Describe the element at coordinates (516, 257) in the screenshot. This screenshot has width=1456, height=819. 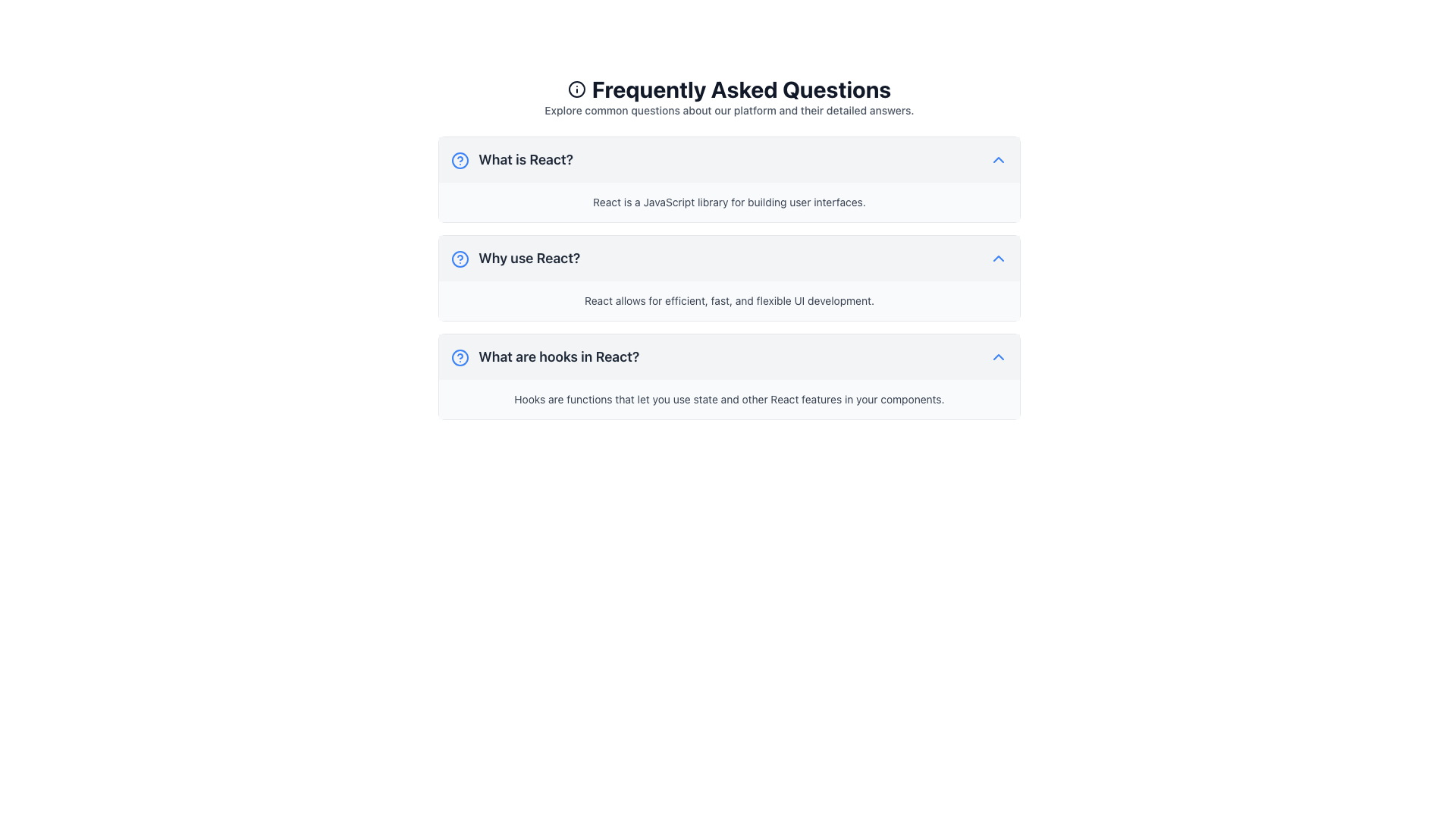
I see `the second question label in the FAQ list` at that location.